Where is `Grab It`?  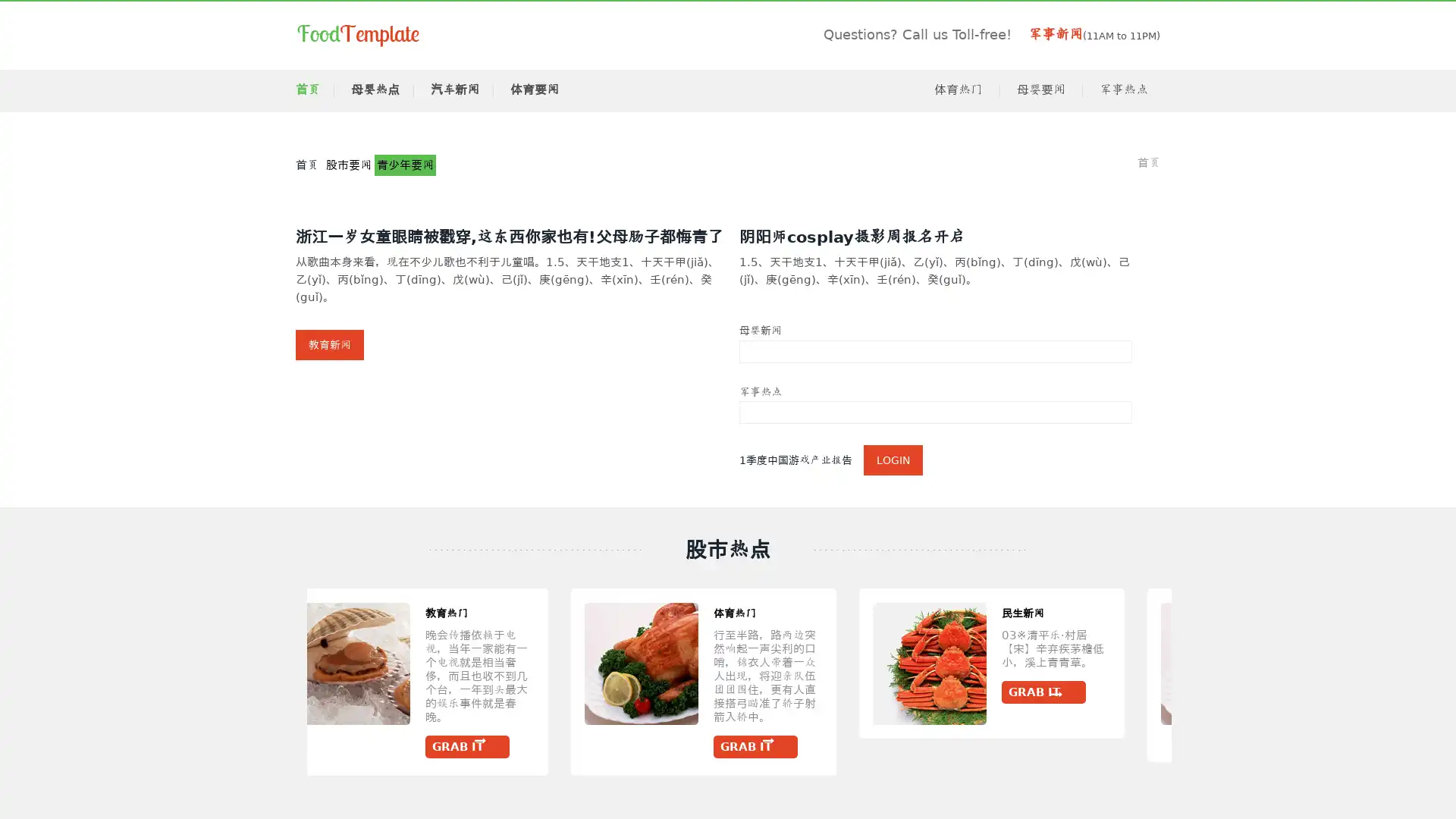
Grab It is located at coordinates (1100, 692).